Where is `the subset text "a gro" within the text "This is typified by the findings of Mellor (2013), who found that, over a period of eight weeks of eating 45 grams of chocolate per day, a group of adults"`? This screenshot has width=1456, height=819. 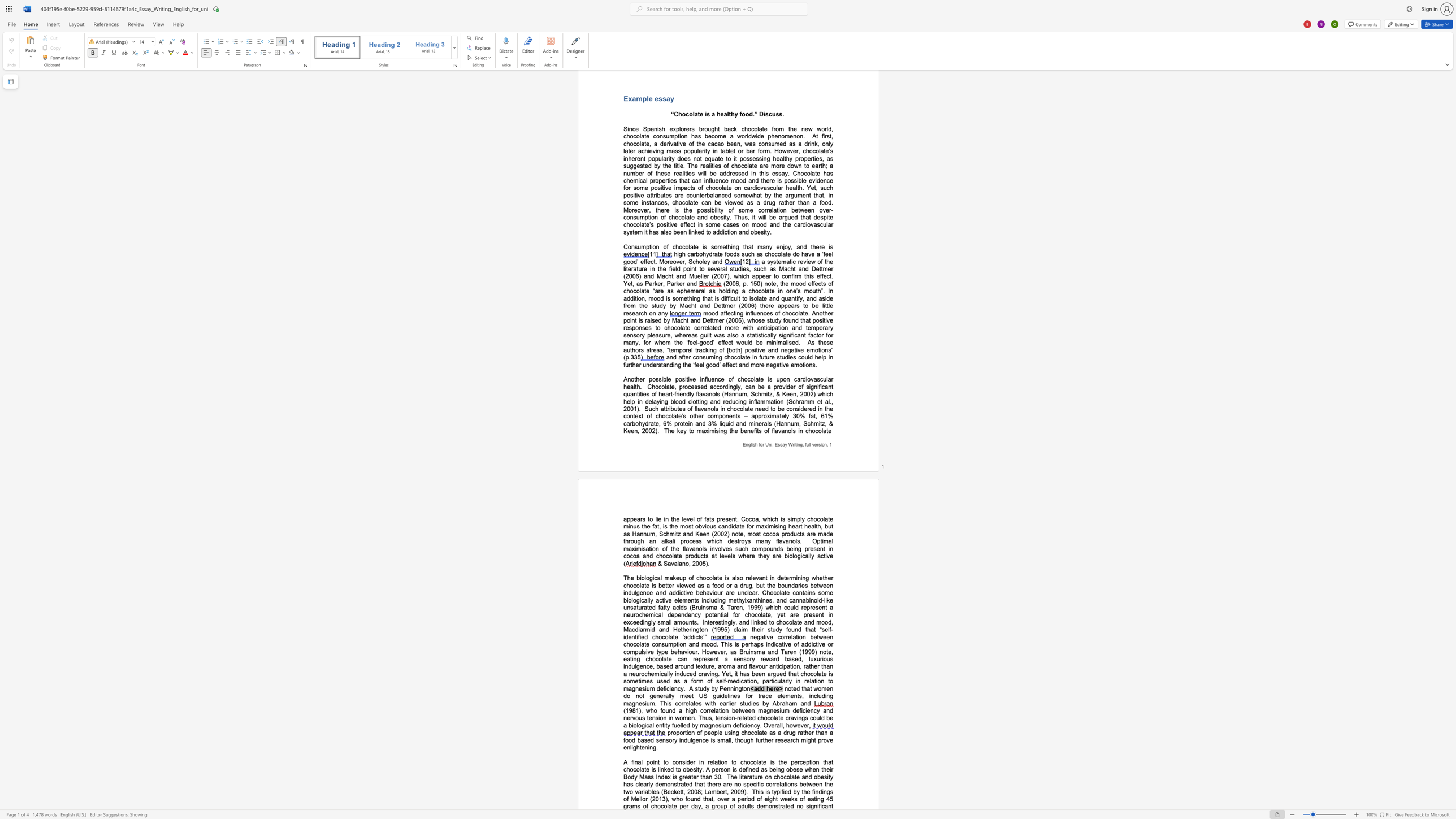
the subset text "a gro" within the text "This is typified by the findings of Mellor (2013), who found that, over a period of eight weeks of eating 45 grams of chocolate per day, a group of adults" is located at coordinates (704, 806).